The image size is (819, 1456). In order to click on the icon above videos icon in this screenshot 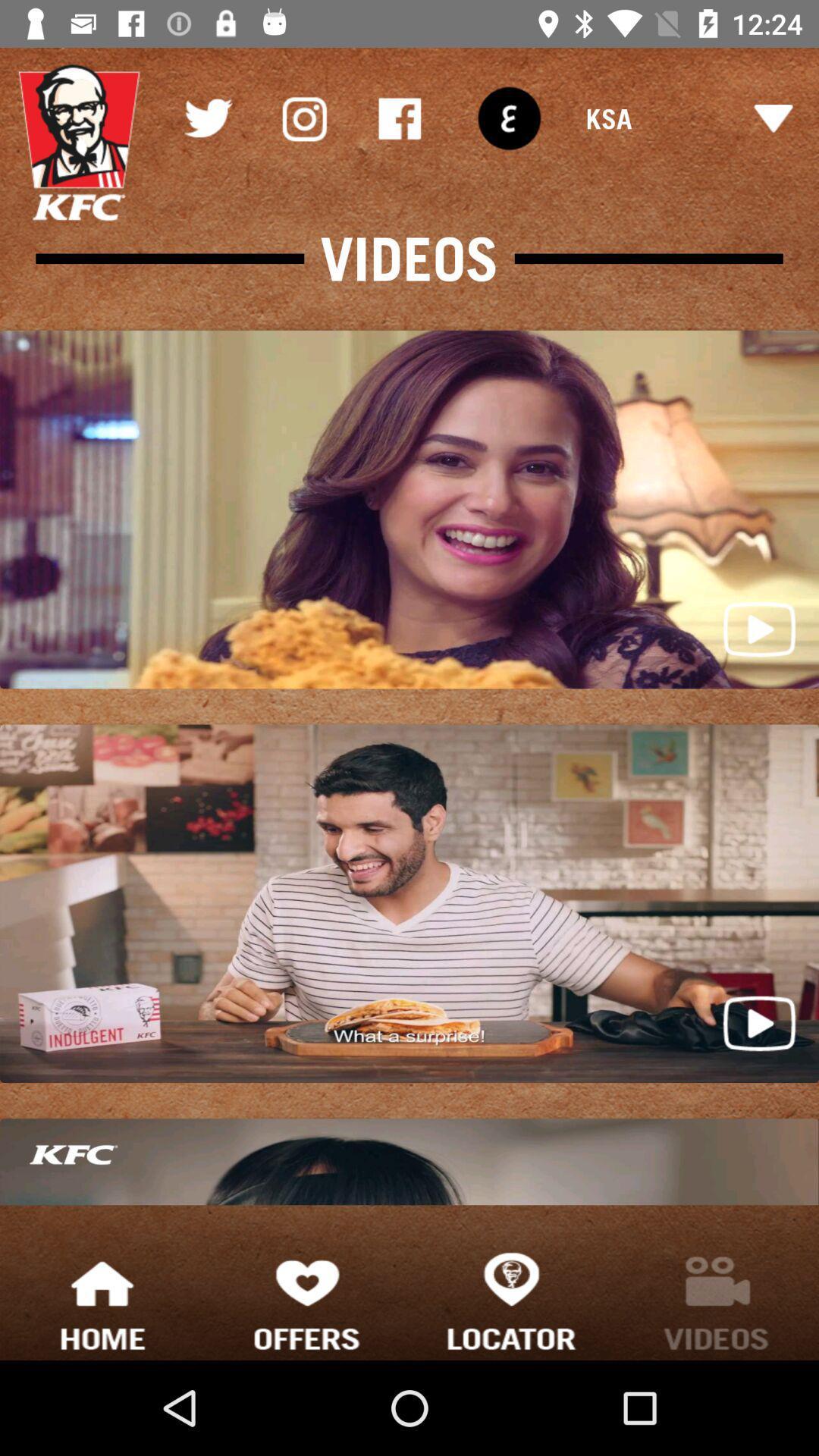, I will do `click(399, 118)`.